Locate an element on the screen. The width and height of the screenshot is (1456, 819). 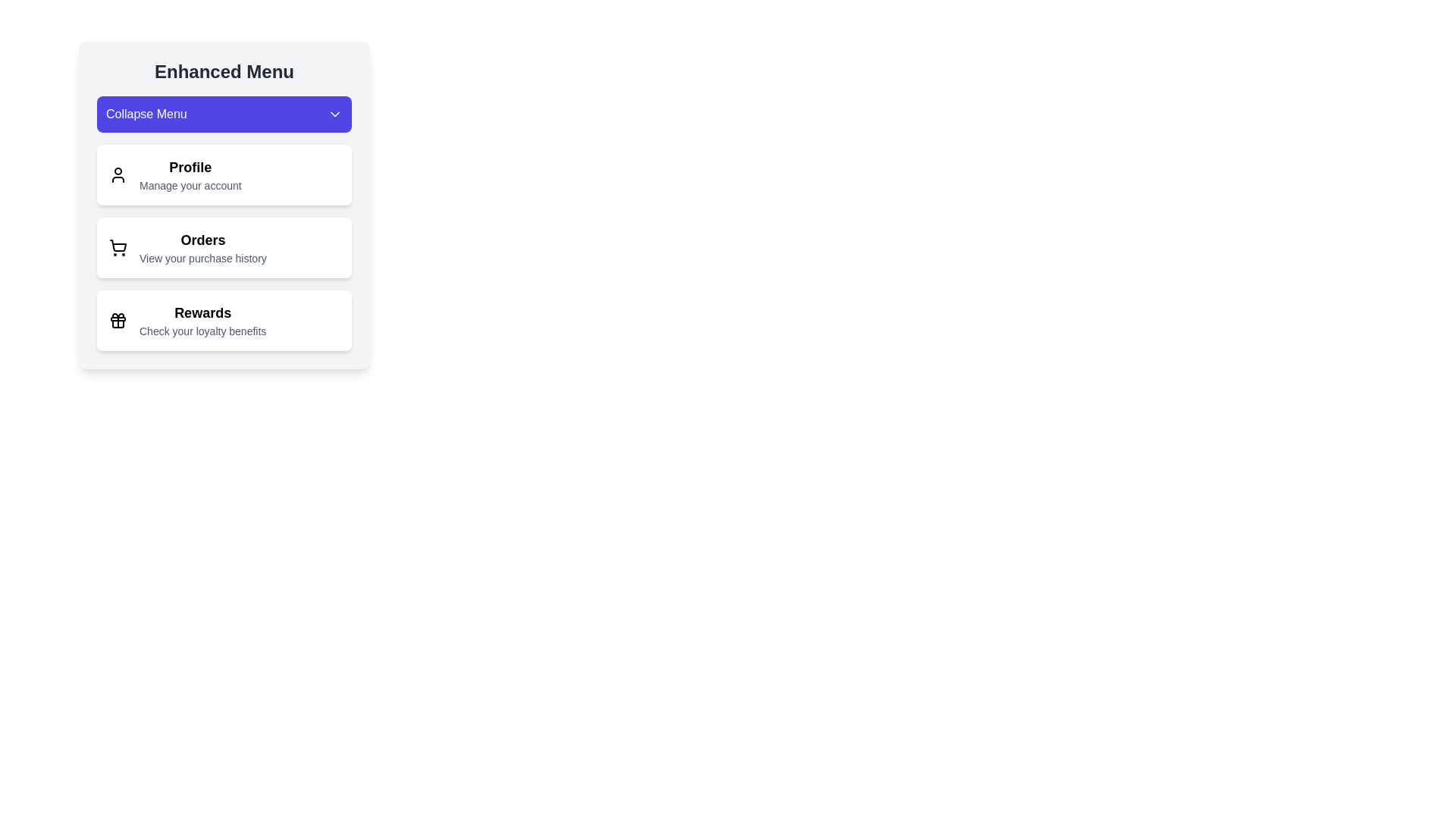
the 'Orders' icon, which is the second item in the 'Enhanced Menu' panel, located to the left of the text 'Orders' is located at coordinates (118, 247).